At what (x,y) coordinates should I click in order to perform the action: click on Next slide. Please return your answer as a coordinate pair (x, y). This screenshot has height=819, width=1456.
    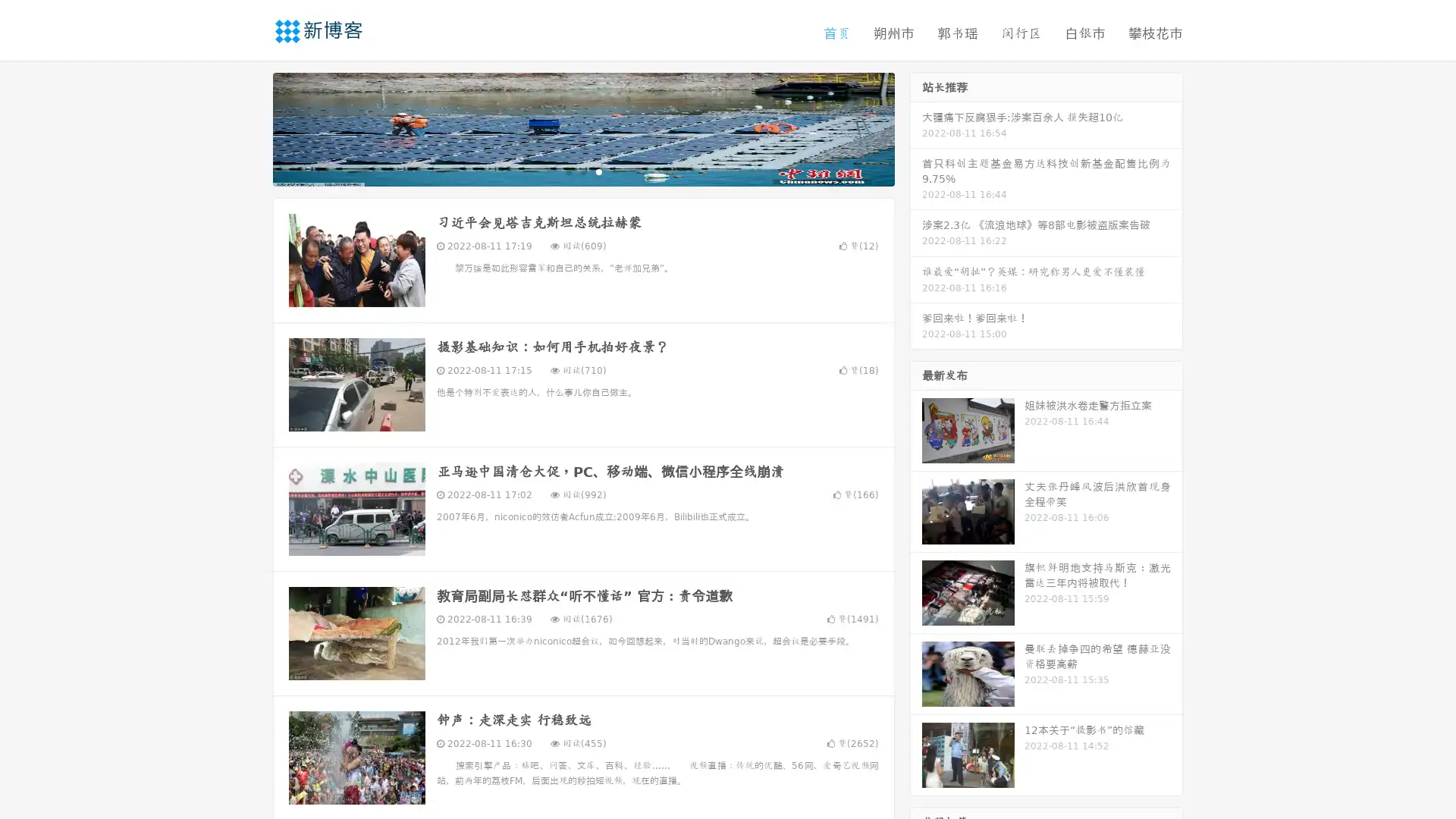
    Looking at the image, I should click on (916, 127).